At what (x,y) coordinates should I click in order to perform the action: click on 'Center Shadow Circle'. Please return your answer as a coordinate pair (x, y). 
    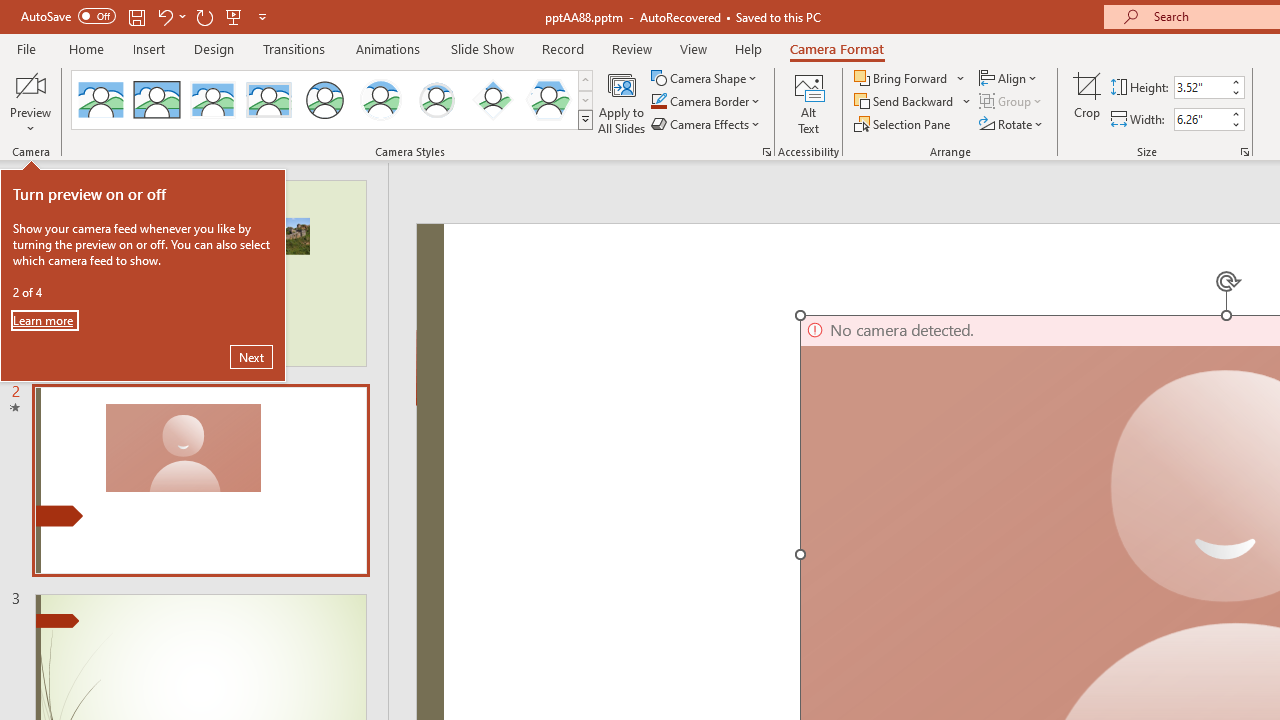
    Looking at the image, I should click on (381, 100).